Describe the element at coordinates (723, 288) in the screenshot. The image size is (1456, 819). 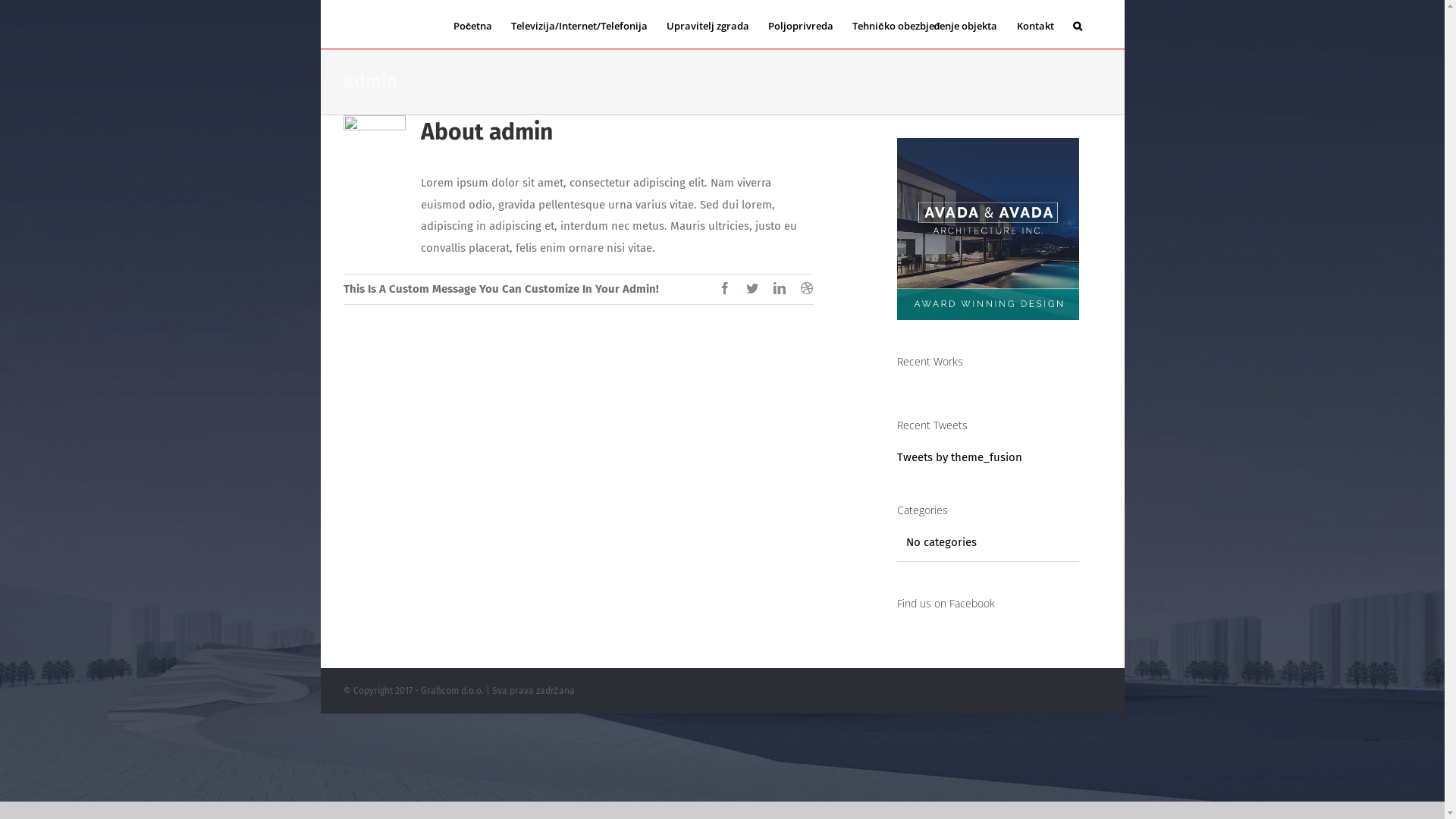
I see `'Facebook'` at that location.